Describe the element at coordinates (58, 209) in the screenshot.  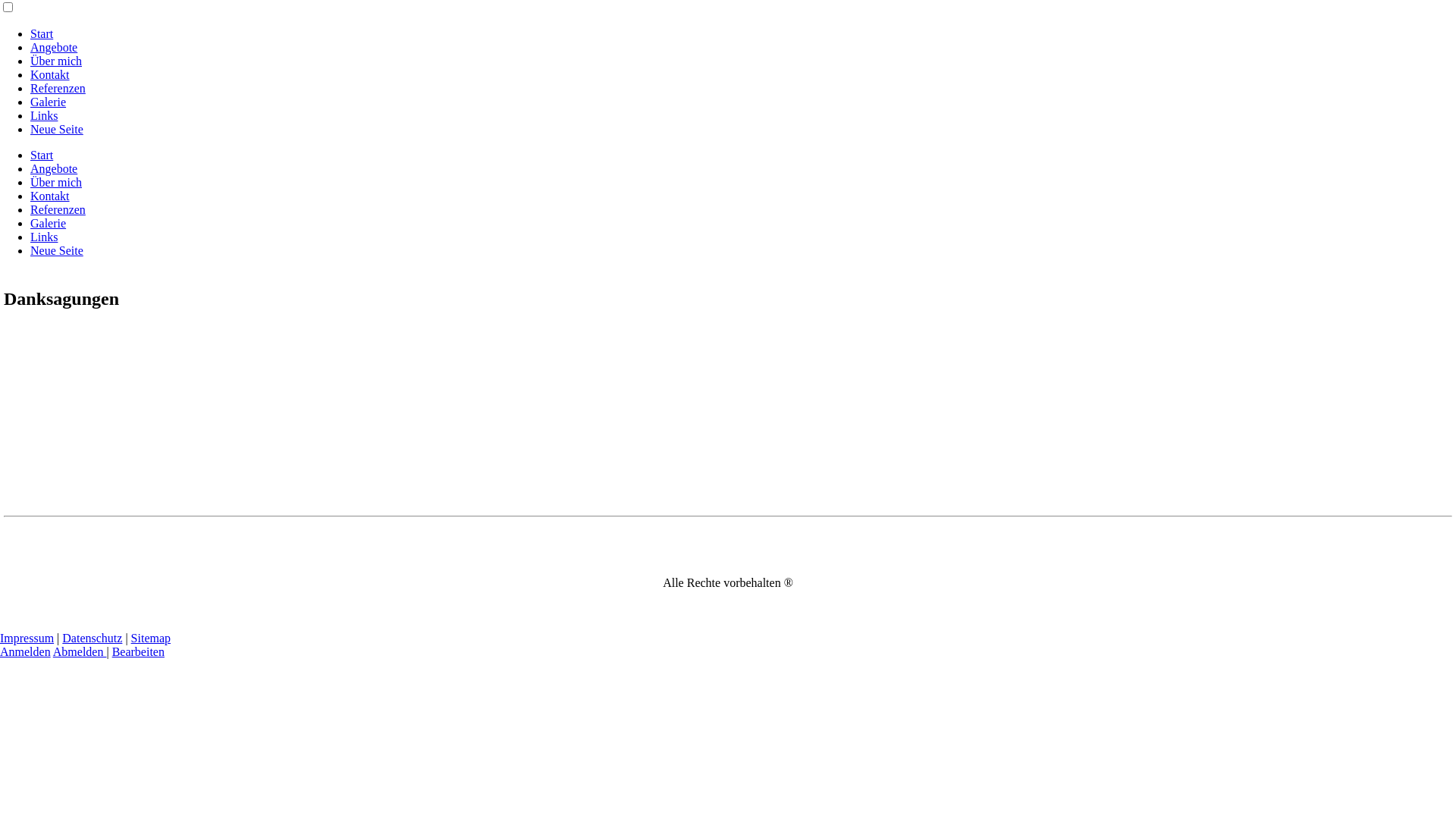
I see `'Referenzen'` at that location.